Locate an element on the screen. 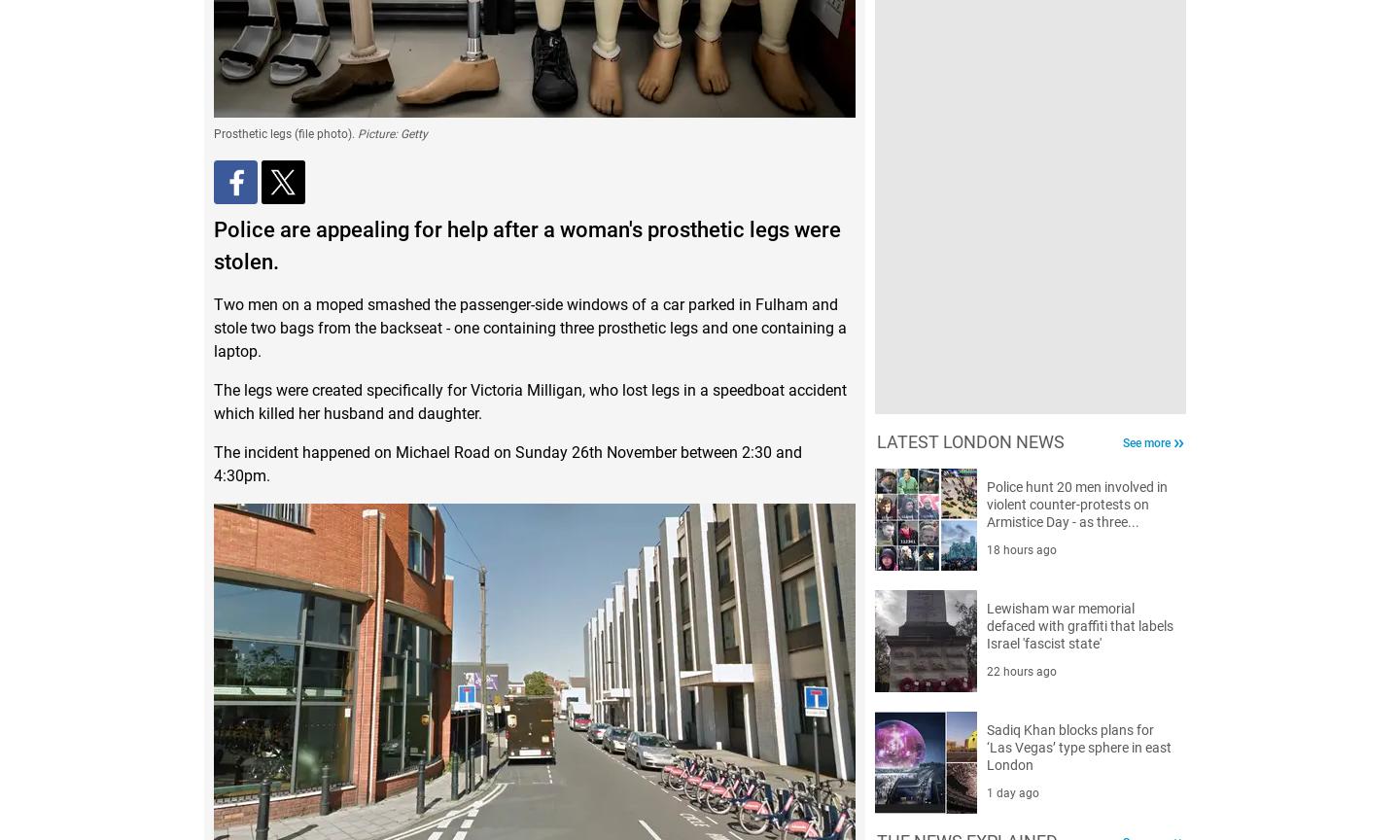 Image resolution: width=1400 pixels, height=840 pixels. 'Sadiq Khan blocks plans for ‘Las Vegas’ type sphere in east London' is located at coordinates (1077, 746).